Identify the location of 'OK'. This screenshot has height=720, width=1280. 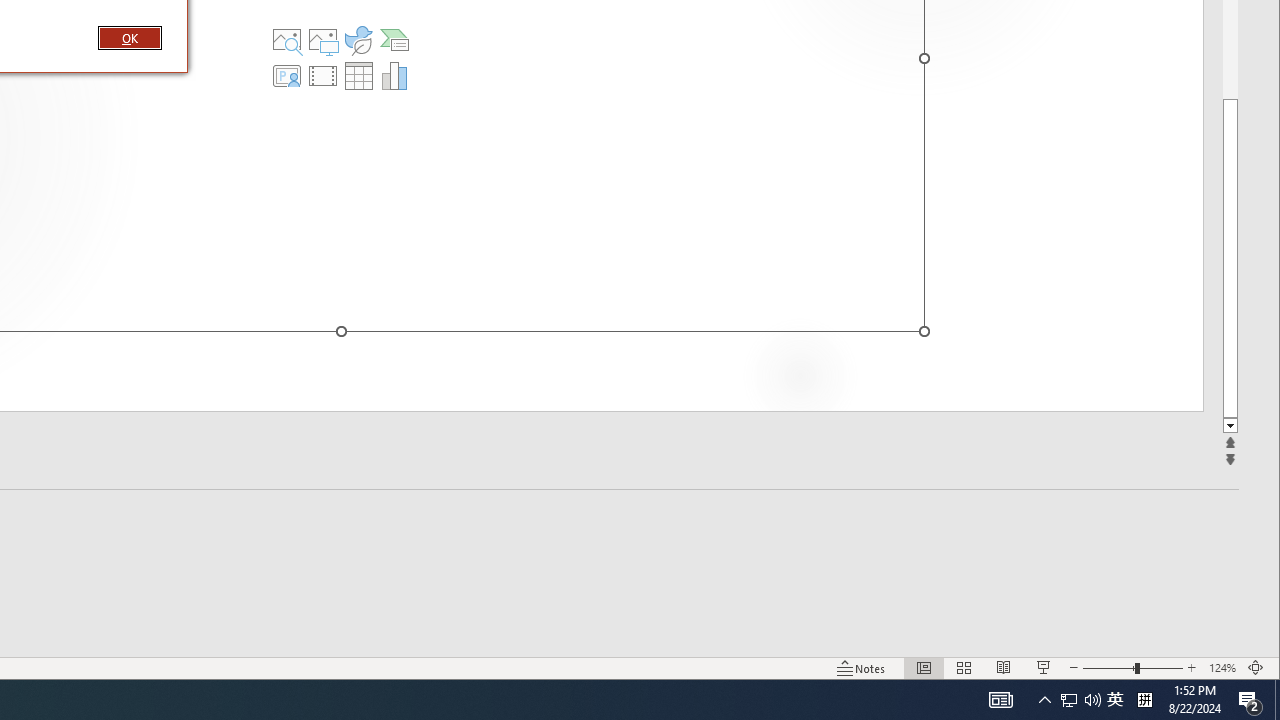
(129, 37).